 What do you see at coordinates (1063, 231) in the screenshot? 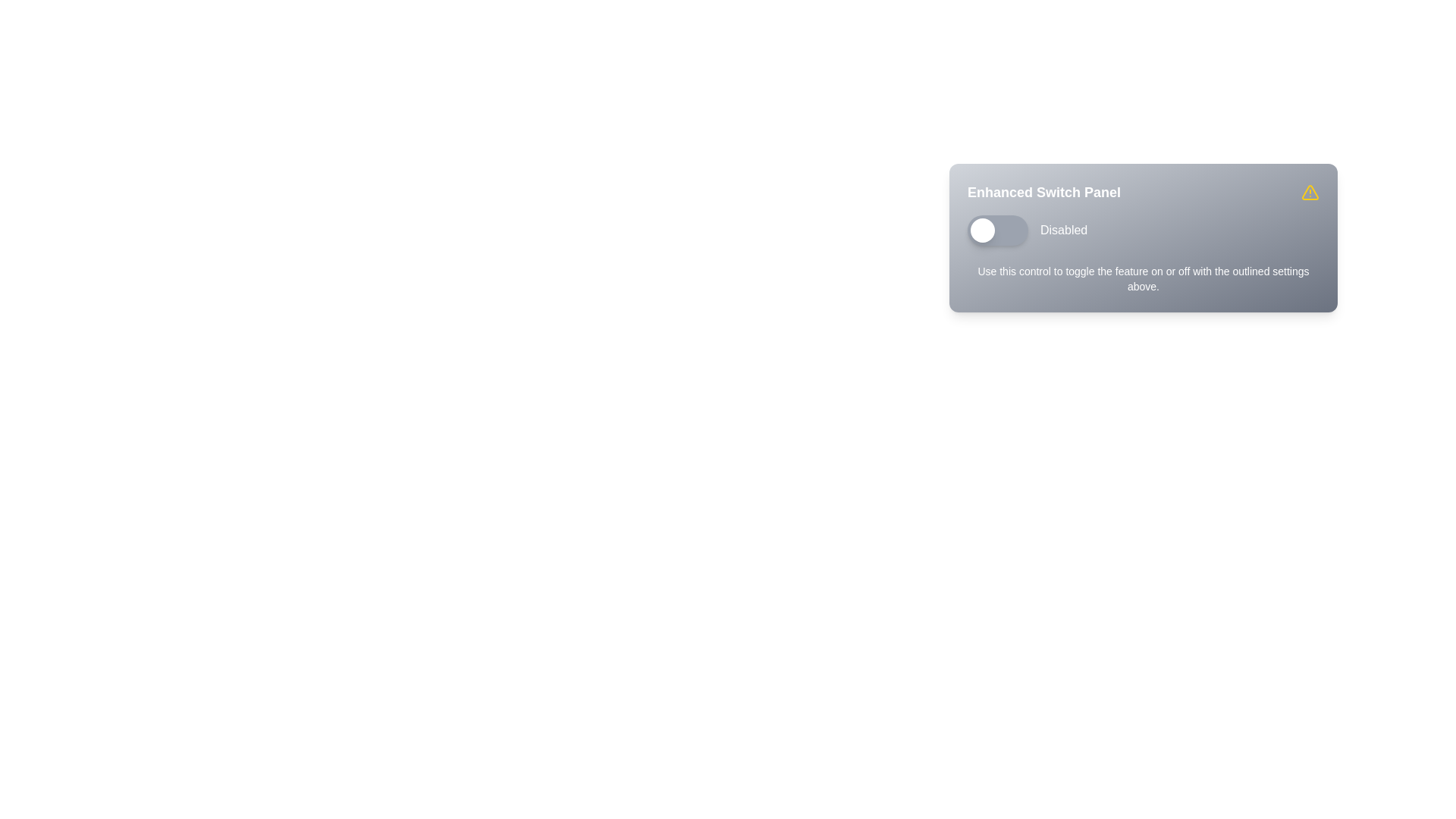
I see `the label indicating the state of the toggle switch within the 'Enhanced Switch Panel', located to the right of the toggle switch` at bounding box center [1063, 231].